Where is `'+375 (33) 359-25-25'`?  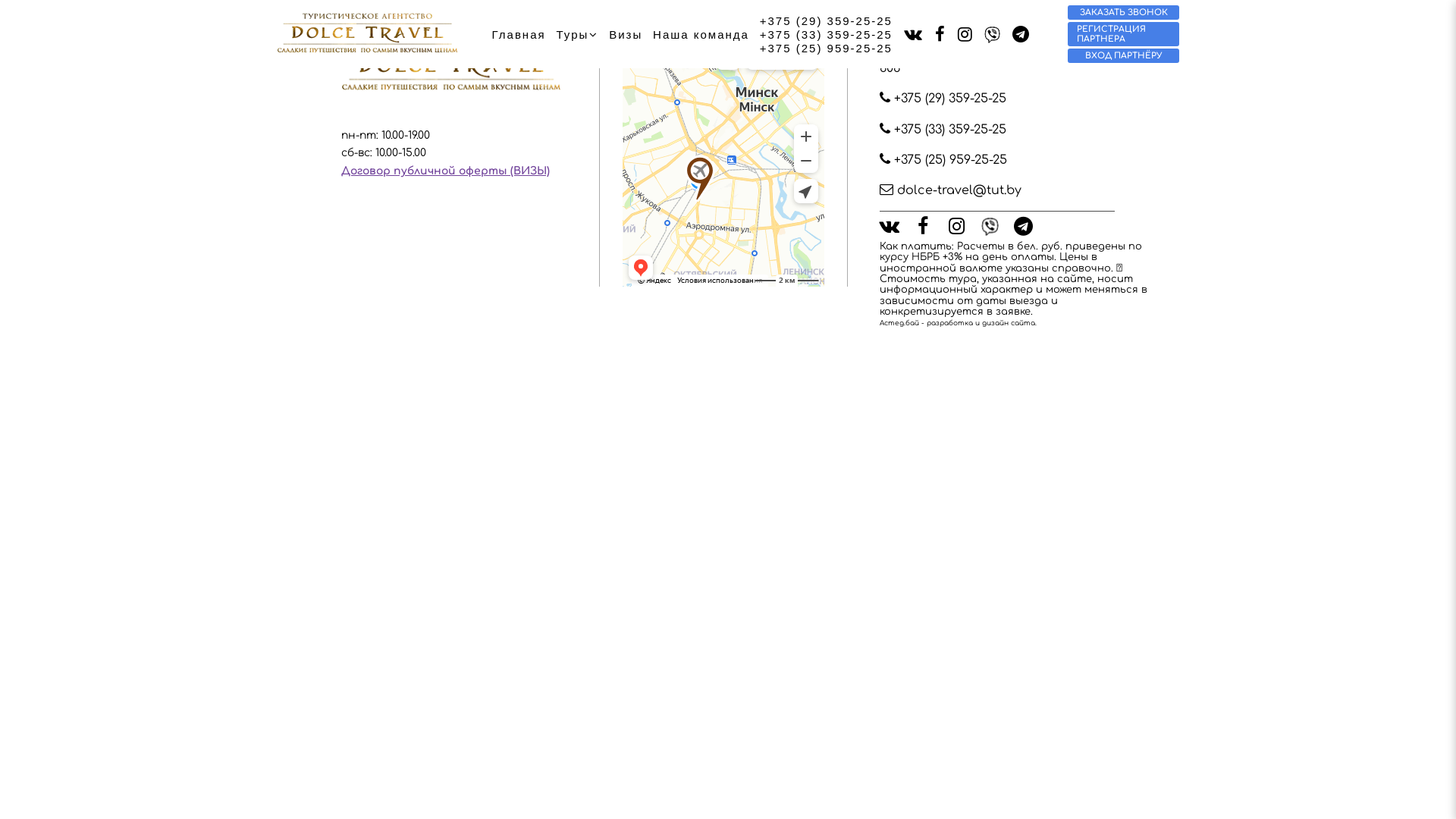
'+375 (33) 359-25-25' is located at coordinates (756, 34).